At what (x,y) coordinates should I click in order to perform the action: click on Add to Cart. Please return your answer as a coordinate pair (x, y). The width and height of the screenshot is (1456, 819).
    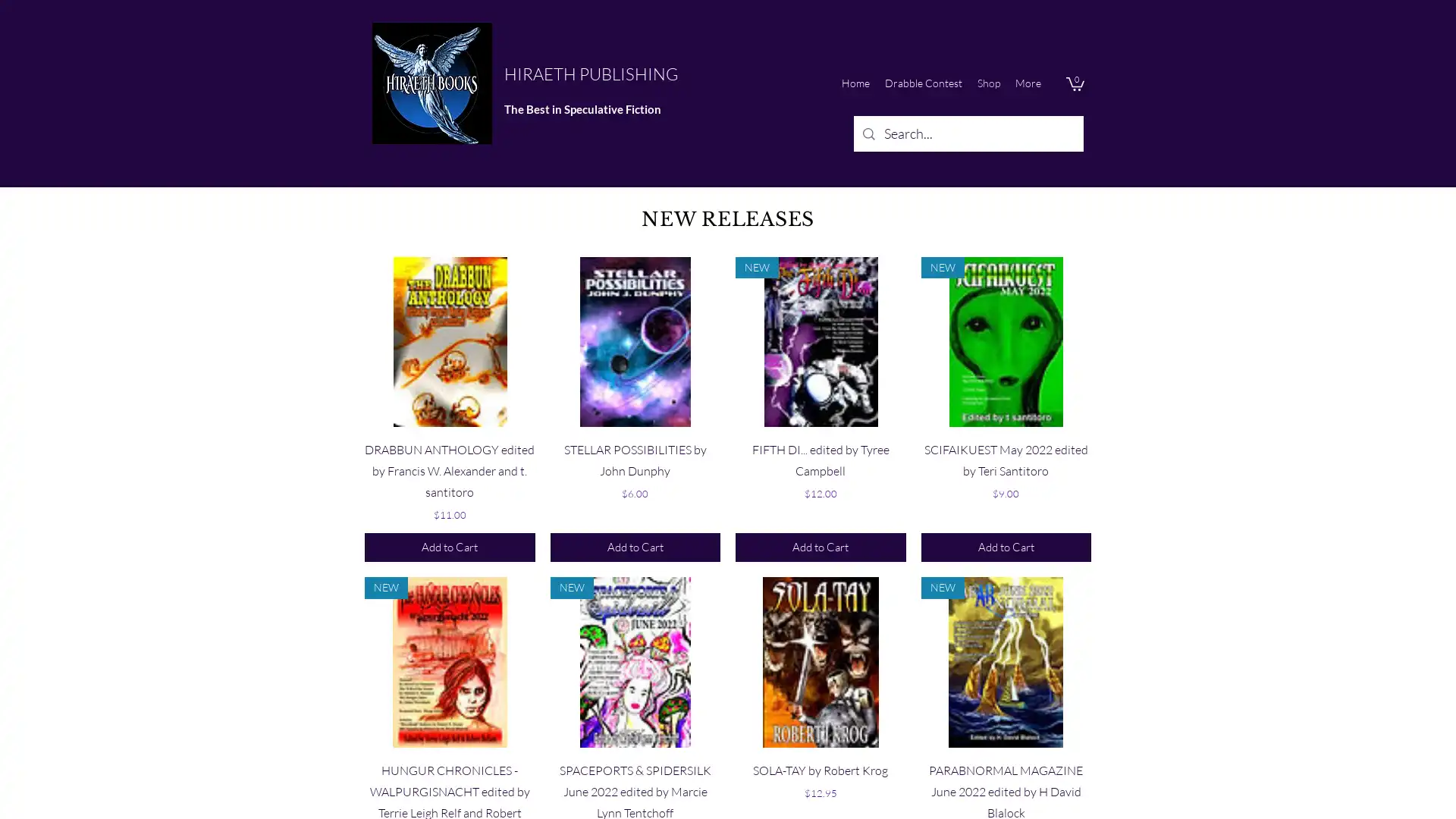
    Looking at the image, I should click on (635, 547).